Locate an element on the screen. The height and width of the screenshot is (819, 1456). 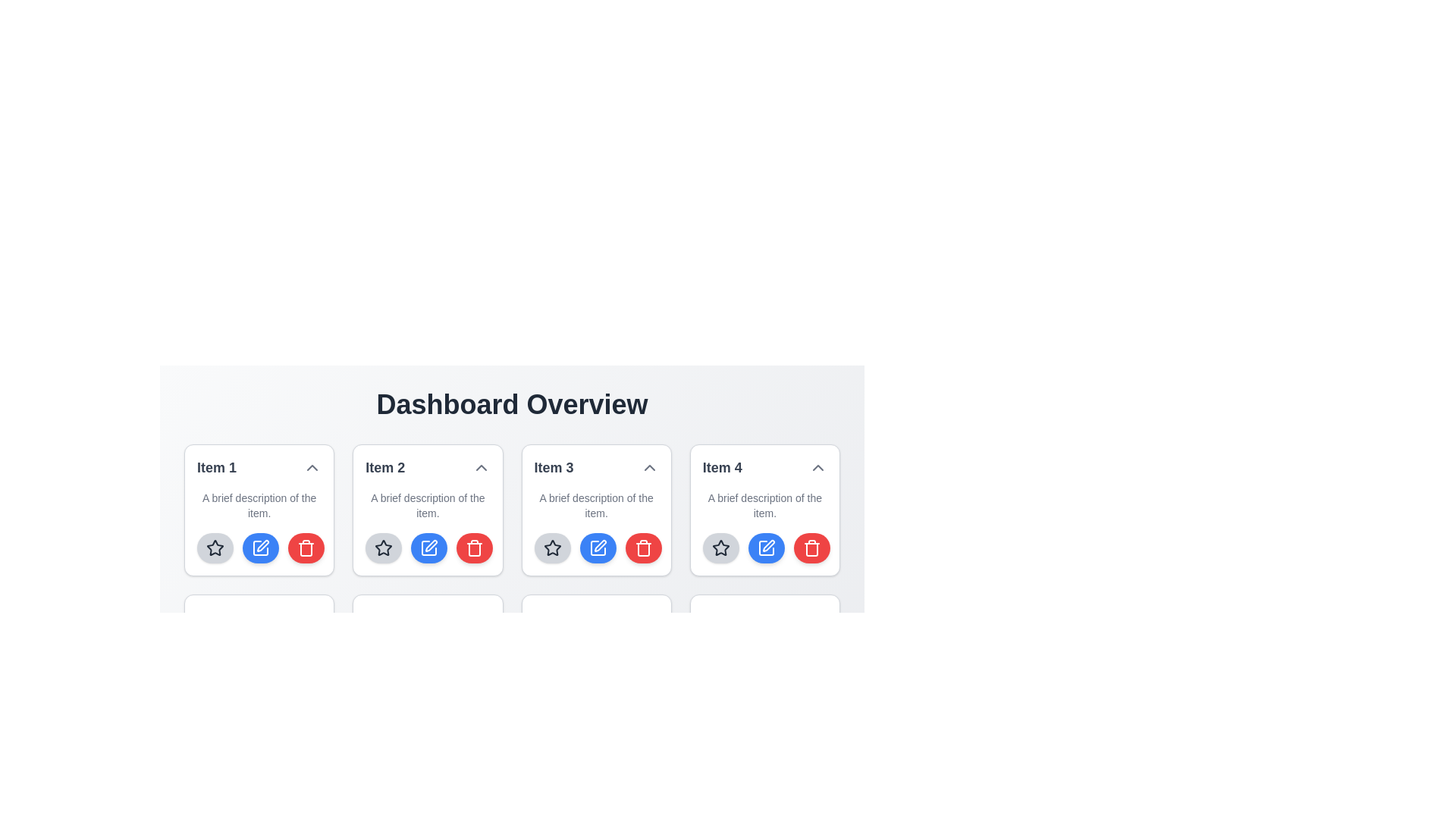
text content of the element labeled 'A brief description of the item.' located beneath the title 'Item 3' in the third card of the layout is located at coordinates (595, 506).